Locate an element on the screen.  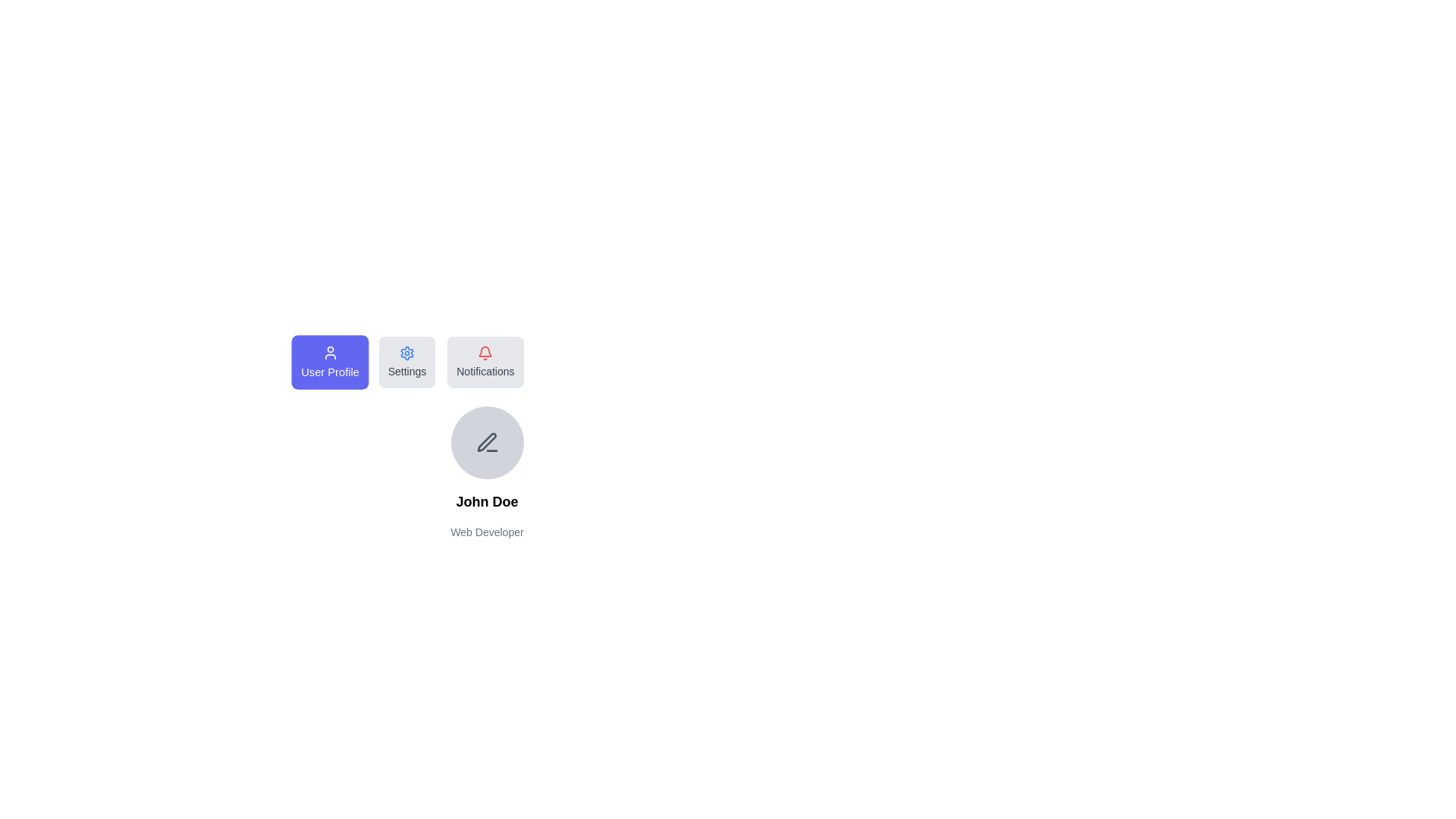
the static text label indicating the profession 'Web Developer' located below the name 'John Doe' in the user profile card is located at coordinates (487, 532).